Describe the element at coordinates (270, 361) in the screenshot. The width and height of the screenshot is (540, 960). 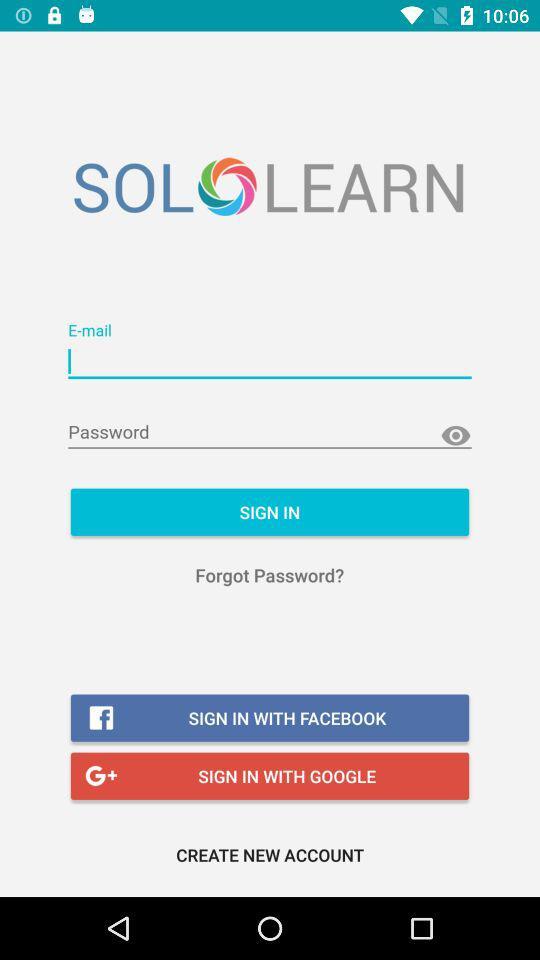
I see `input email address` at that location.